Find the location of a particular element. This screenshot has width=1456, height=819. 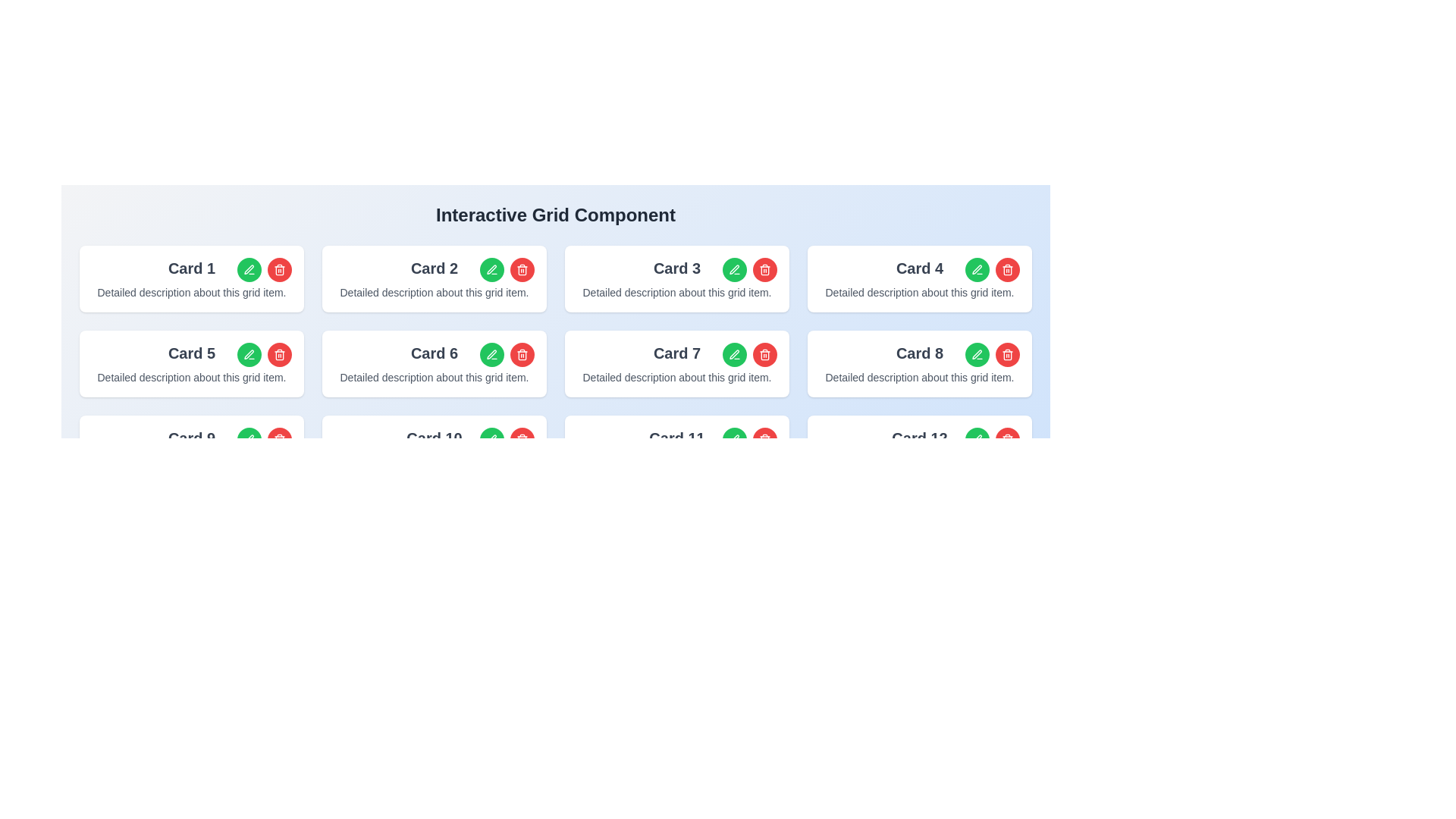

the button located in the upper-right corner of 'Card 4' is located at coordinates (977, 268).